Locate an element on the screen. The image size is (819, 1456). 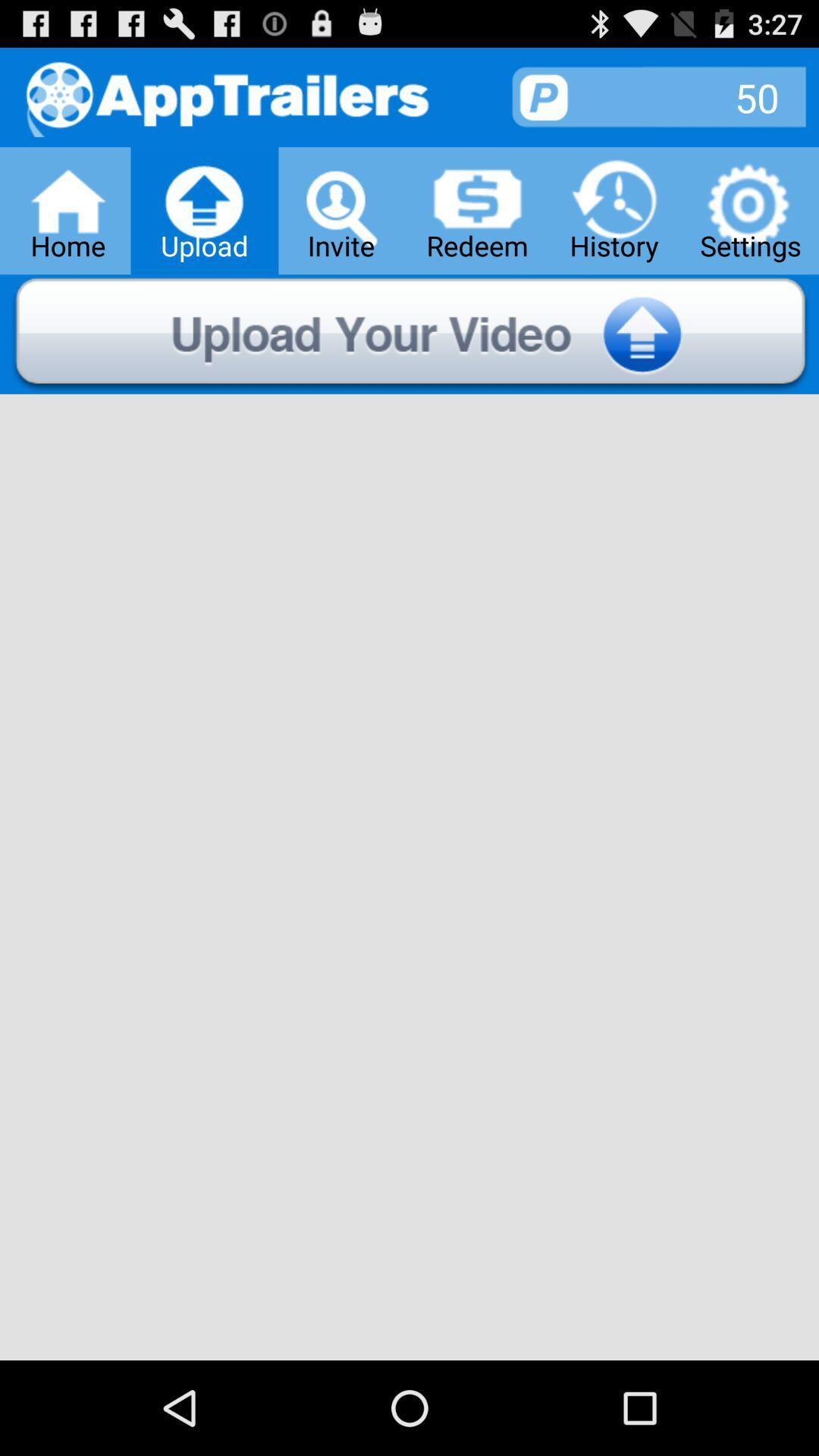
upload video loading is located at coordinates (409, 334).